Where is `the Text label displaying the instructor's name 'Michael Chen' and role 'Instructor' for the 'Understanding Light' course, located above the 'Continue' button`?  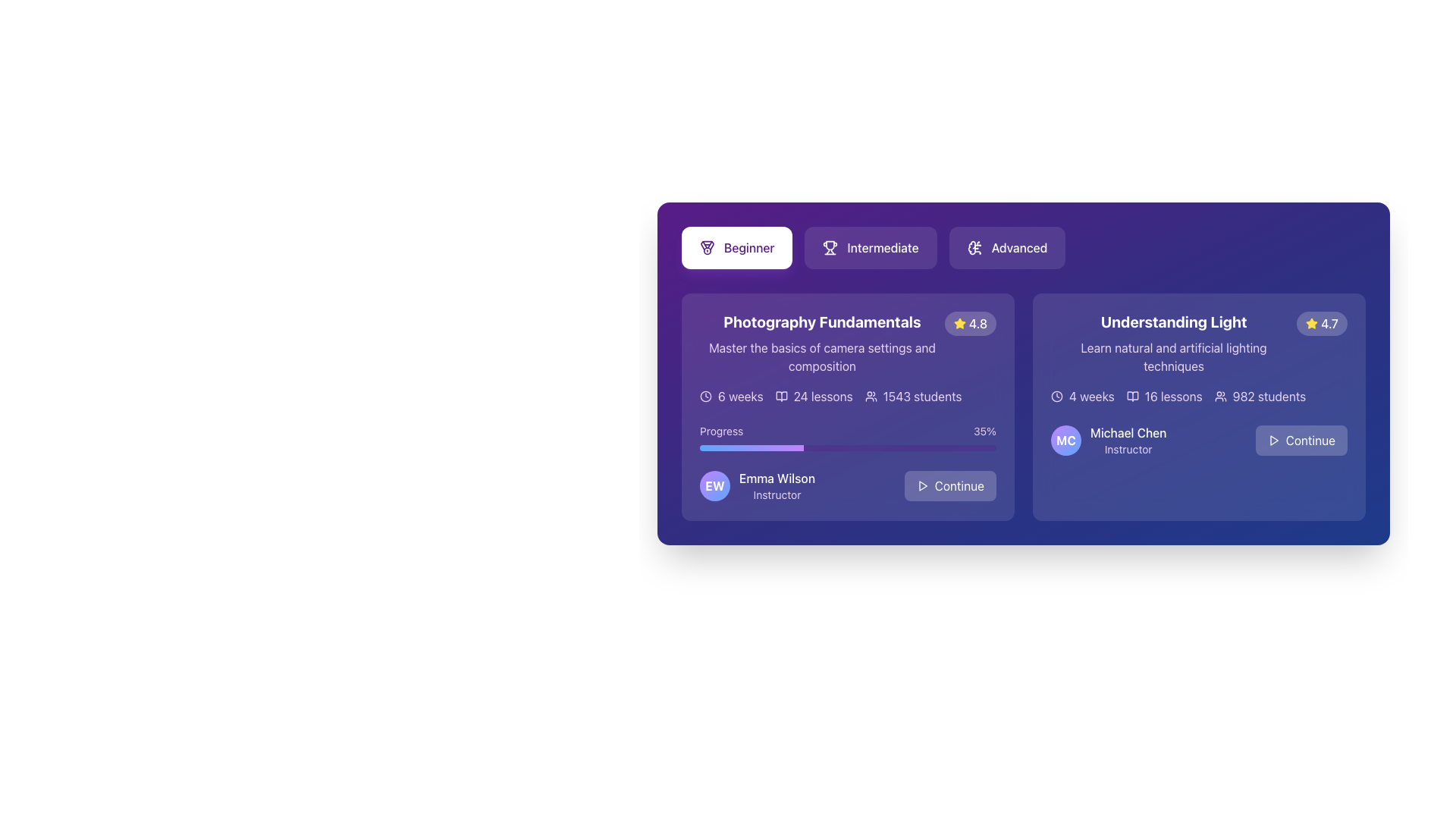
the Text label displaying the instructor's name 'Michael Chen' and role 'Instructor' for the 'Understanding Light' course, located above the 'Continue' button is located at coordinates (1128, 441).